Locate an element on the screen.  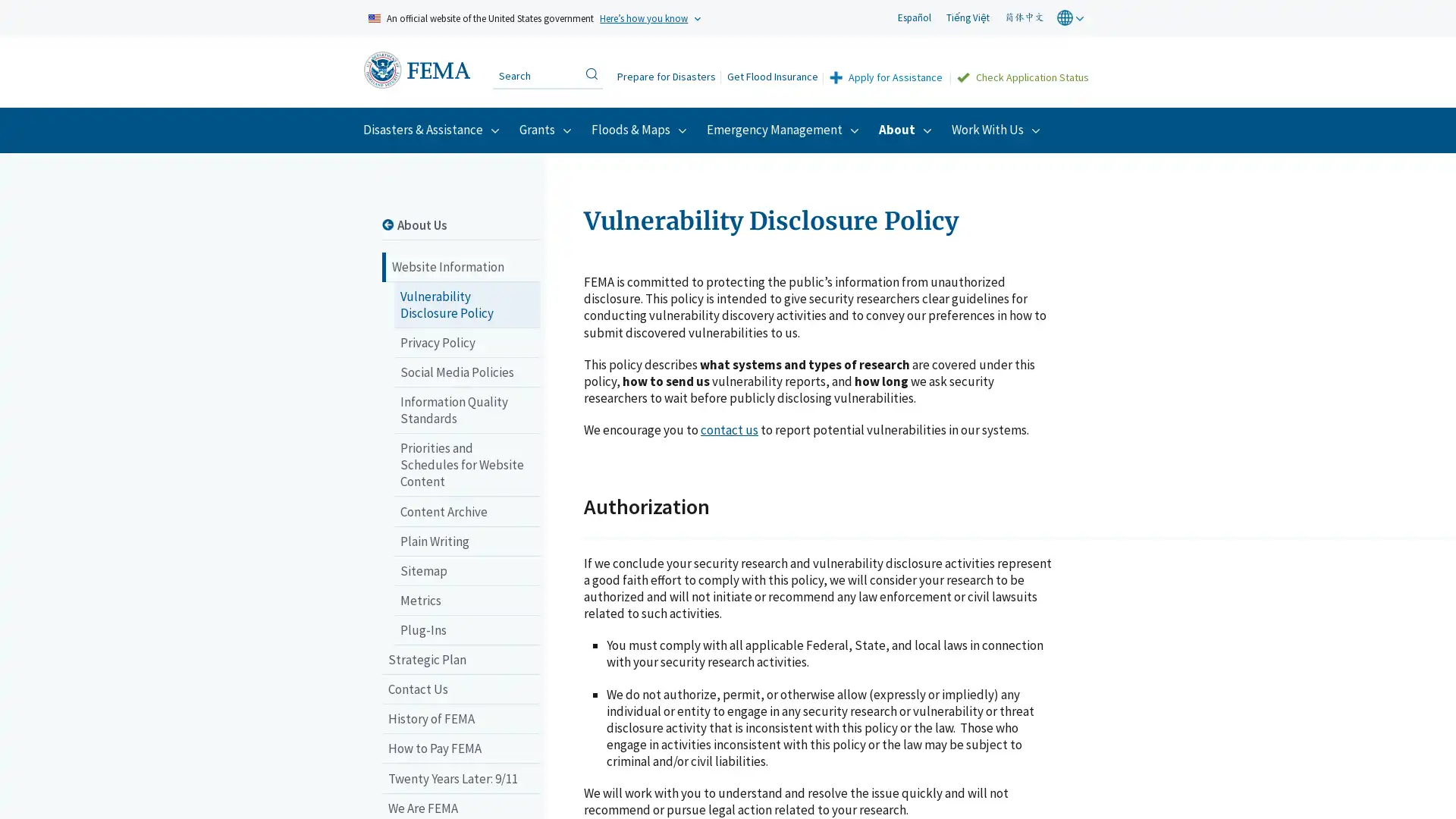
world globe is located at coordinates (1072, 17).